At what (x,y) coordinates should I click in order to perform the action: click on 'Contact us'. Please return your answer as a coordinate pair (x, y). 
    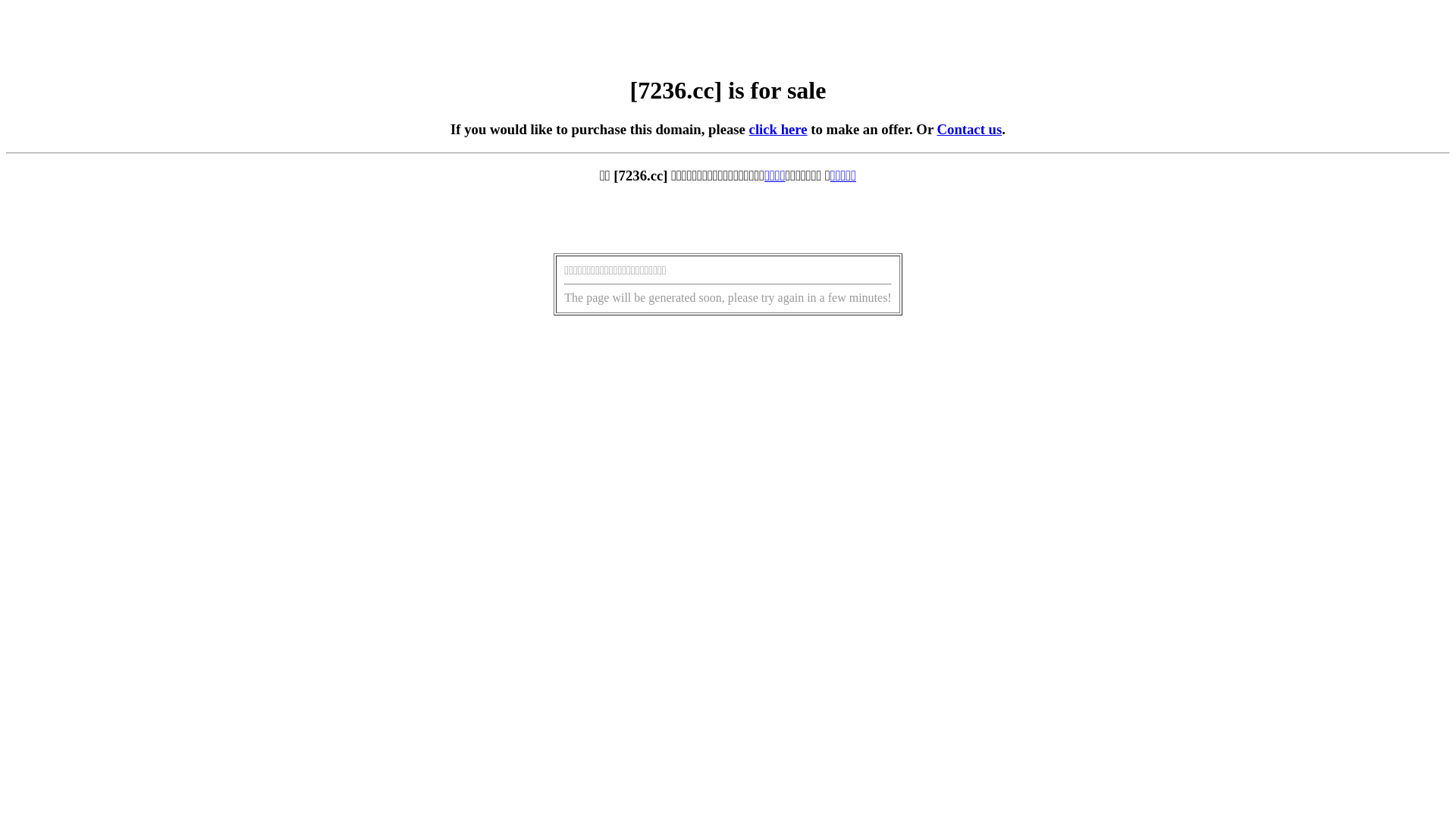
    Looking at the image, I should click on (968, 128).